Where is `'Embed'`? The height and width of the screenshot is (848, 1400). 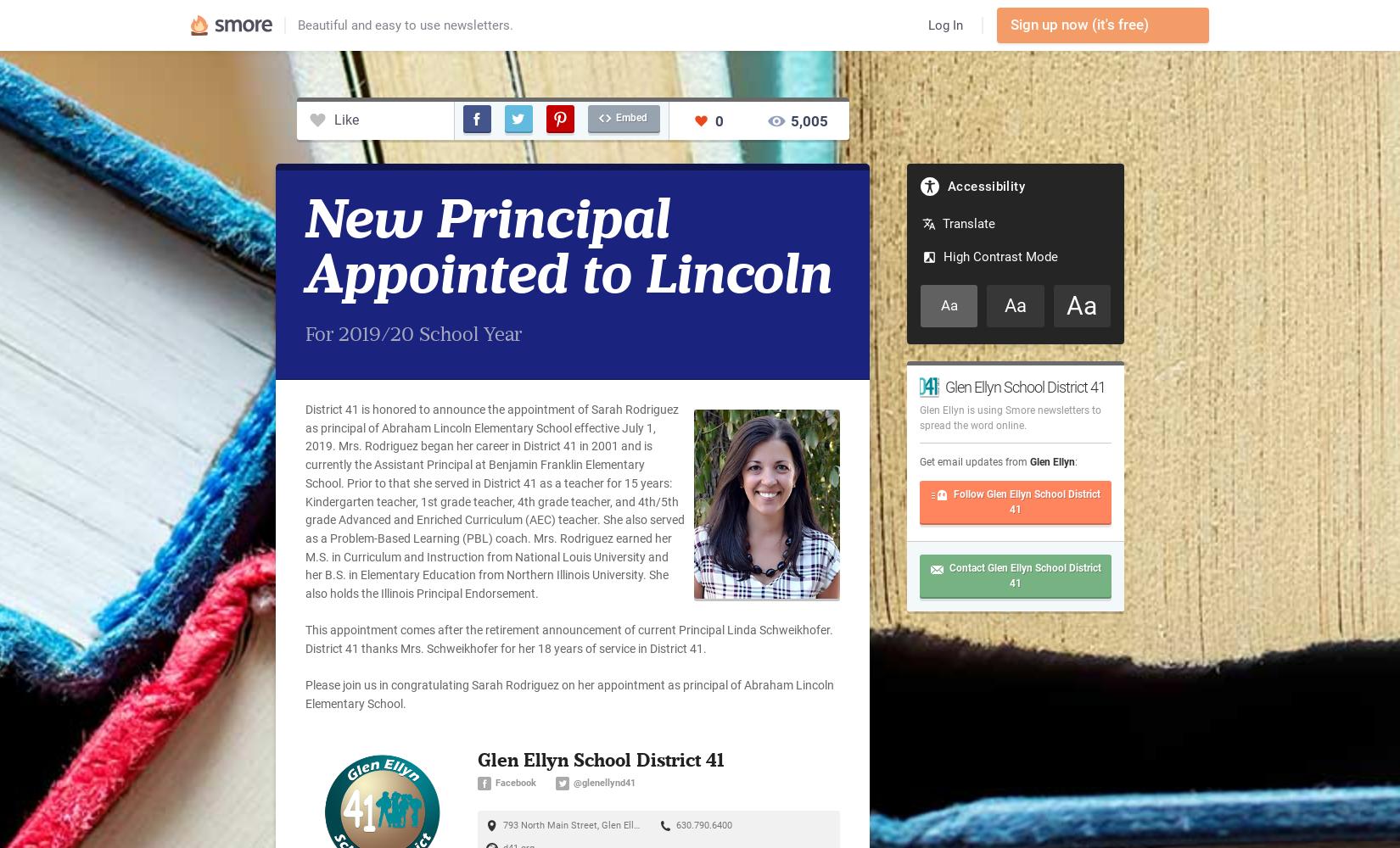 'Embed' is located at coordinates (630, 118).